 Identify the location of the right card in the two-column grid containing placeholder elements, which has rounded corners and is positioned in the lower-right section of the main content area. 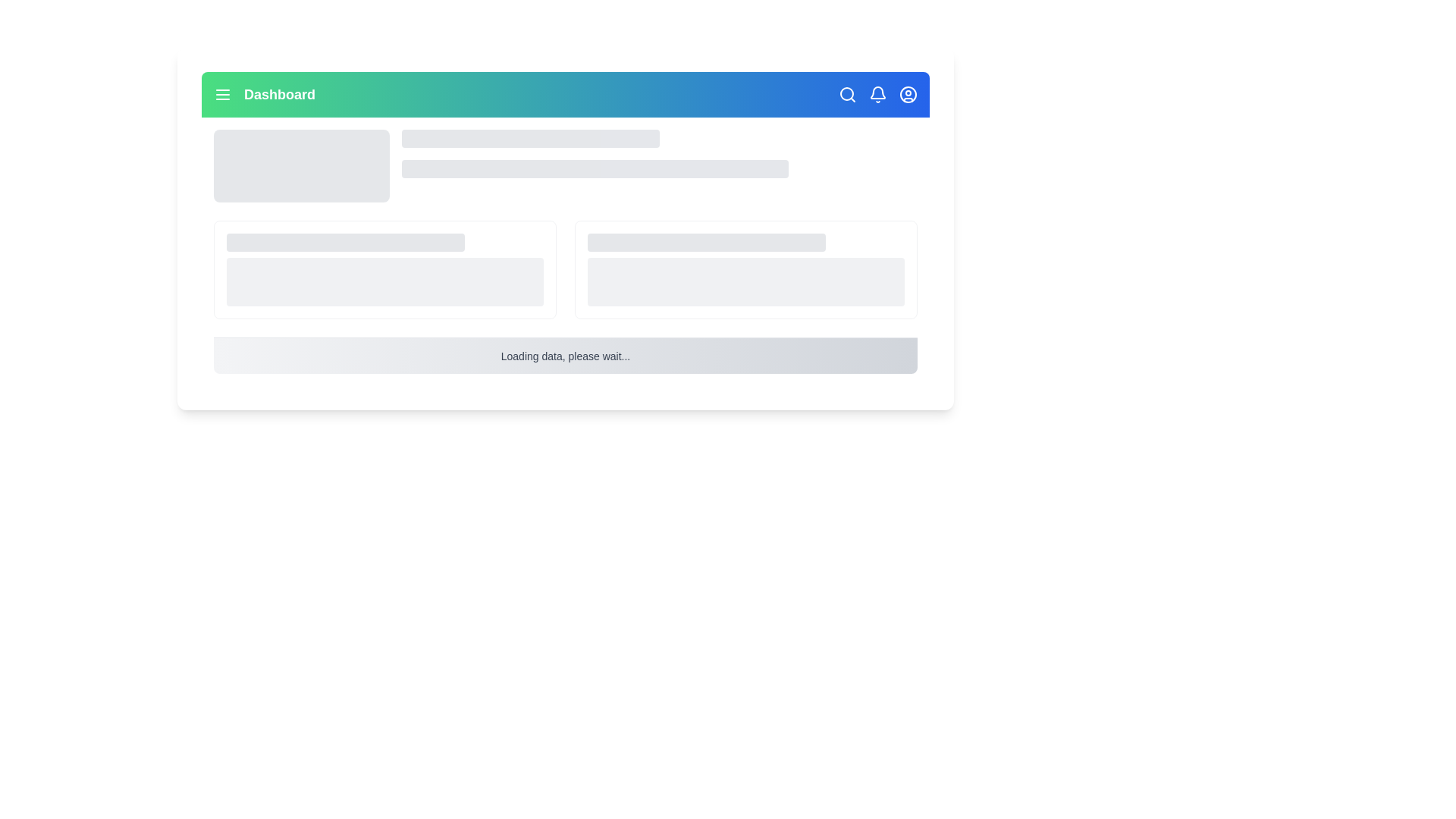
(745, 268).